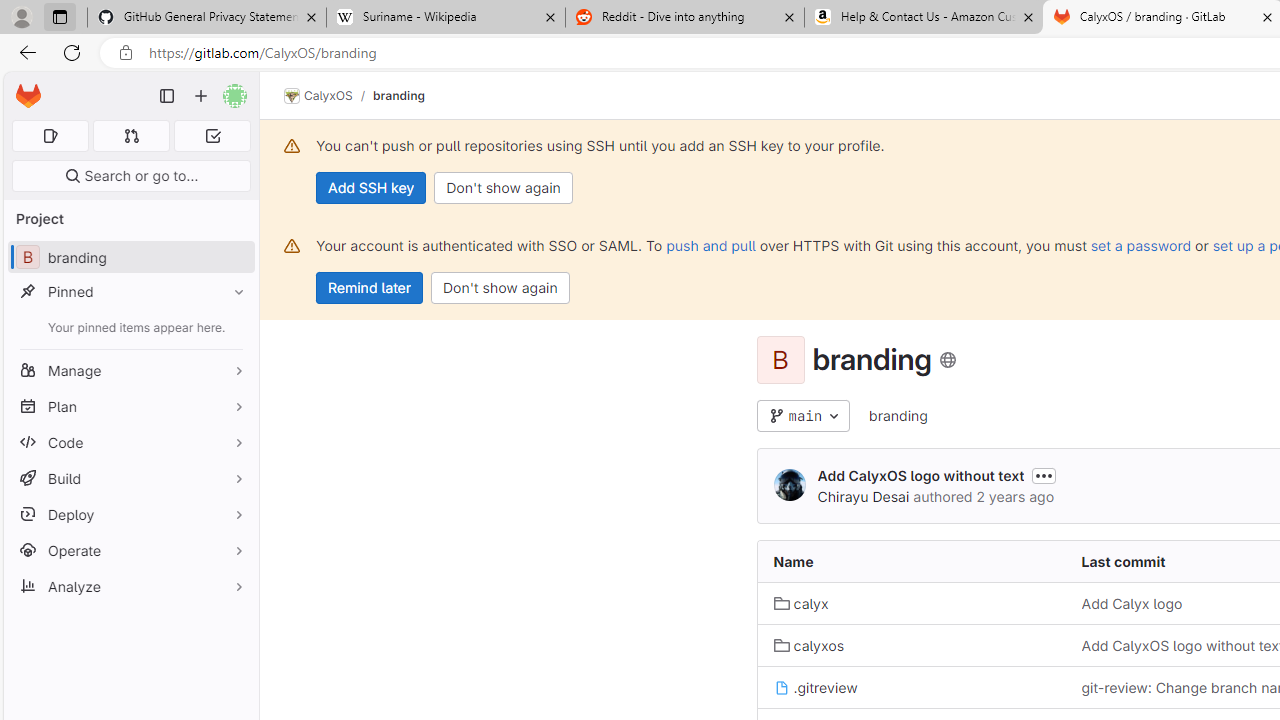 The height and width of the screenshot is (720, 1280). I want to click on 'Class: s16 gl-alert-icon gl-alert-icon-no-title', so click(290, 245).